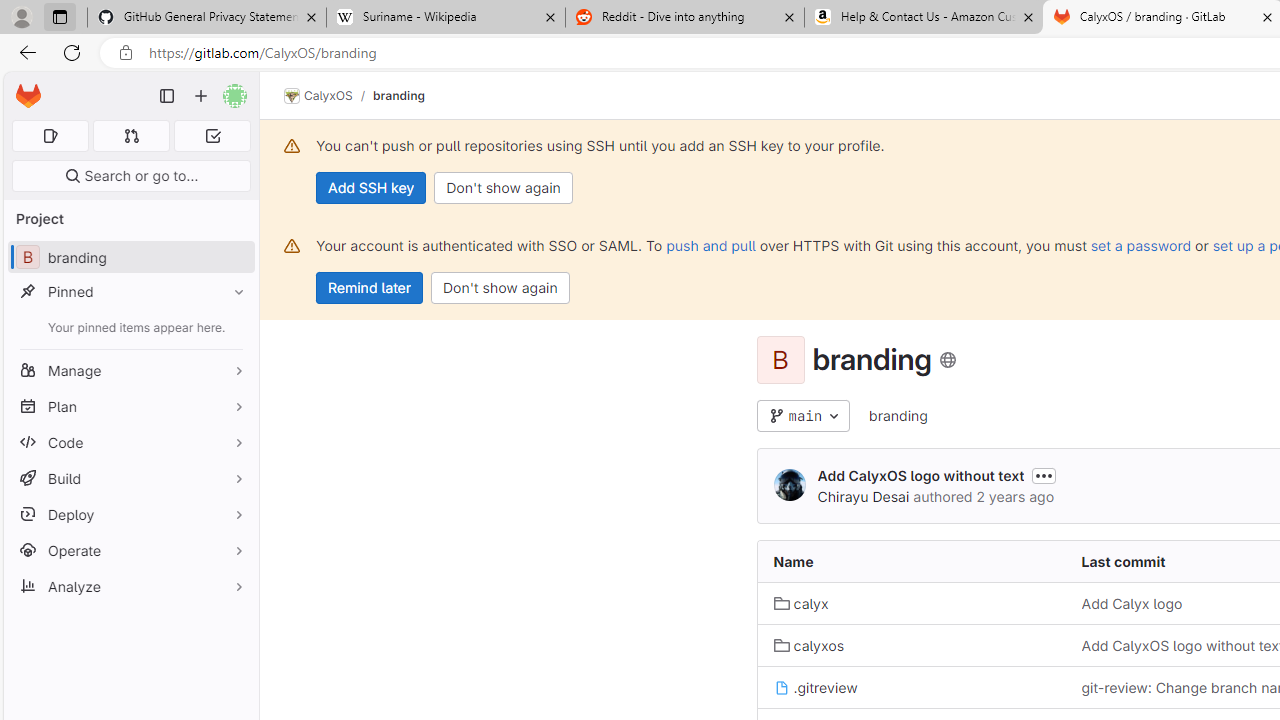 The height and width of the screenshot is (720, 1280). I want to click on 'Class: s16 gl-alert-icon gl-alert-icon-no-title', so click(290, 245).